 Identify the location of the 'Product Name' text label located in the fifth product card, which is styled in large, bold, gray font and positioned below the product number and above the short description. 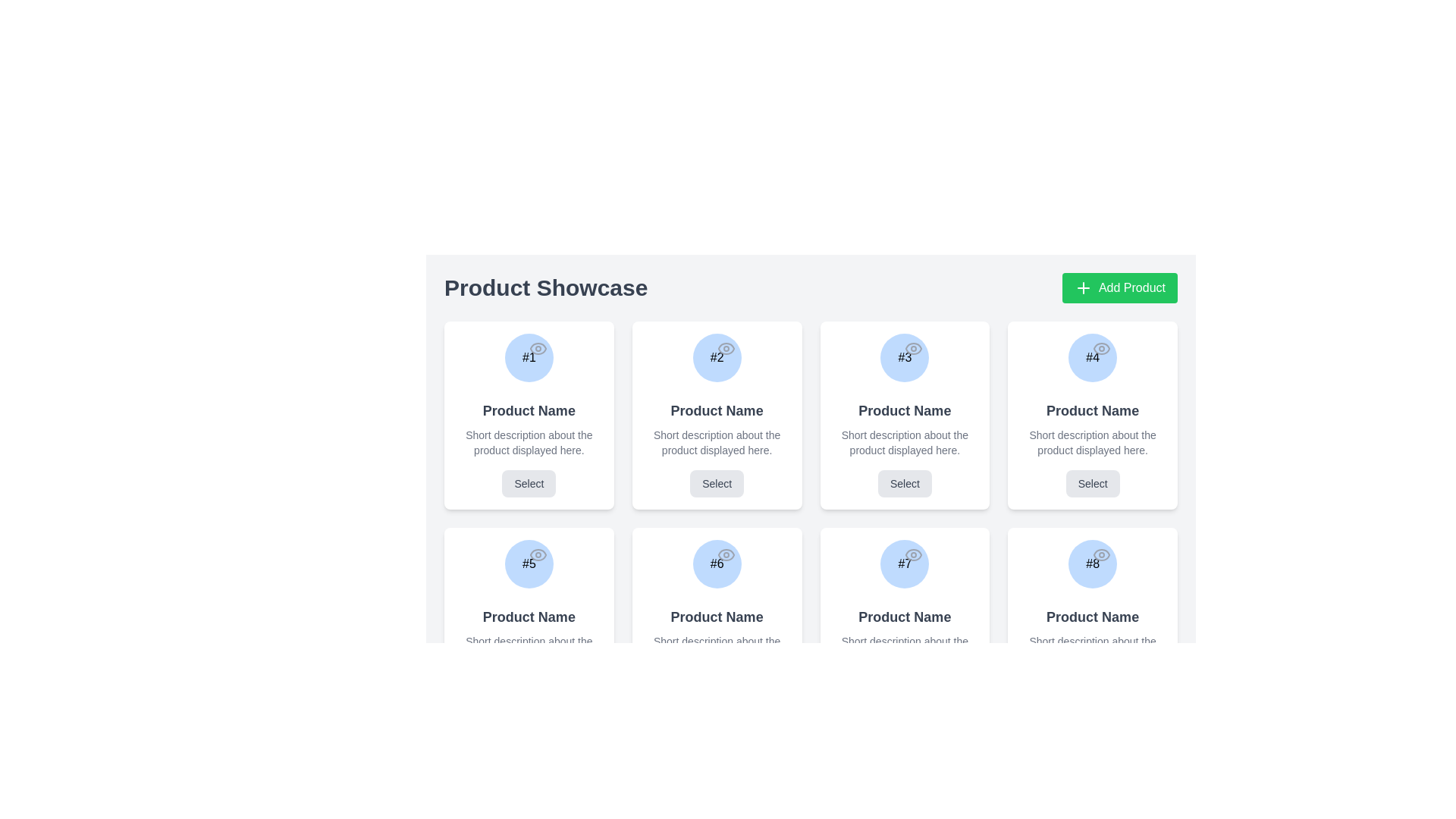
(529, 617).